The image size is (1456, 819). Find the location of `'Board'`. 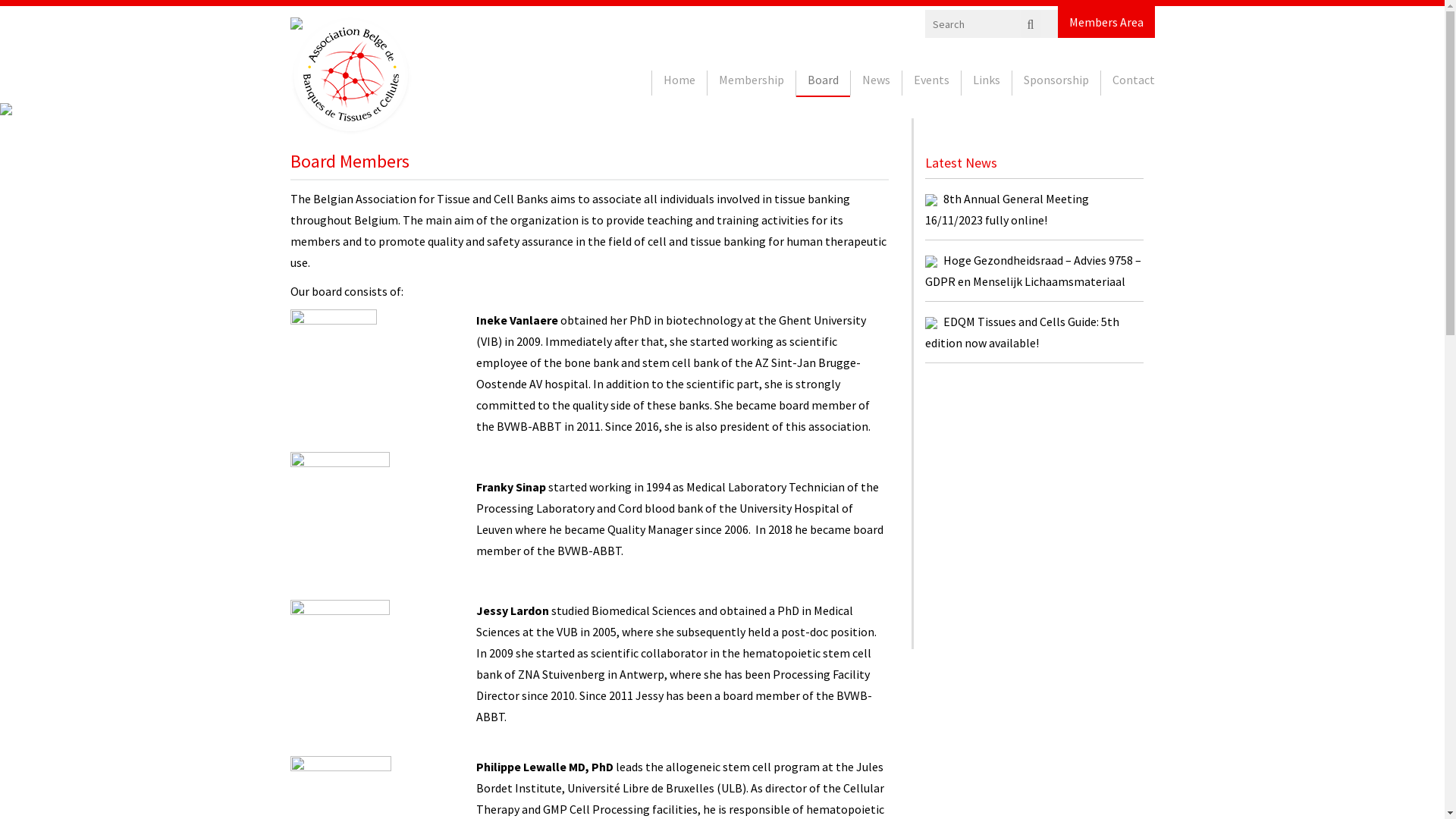

'Board' is located at coordinates (795, 83).